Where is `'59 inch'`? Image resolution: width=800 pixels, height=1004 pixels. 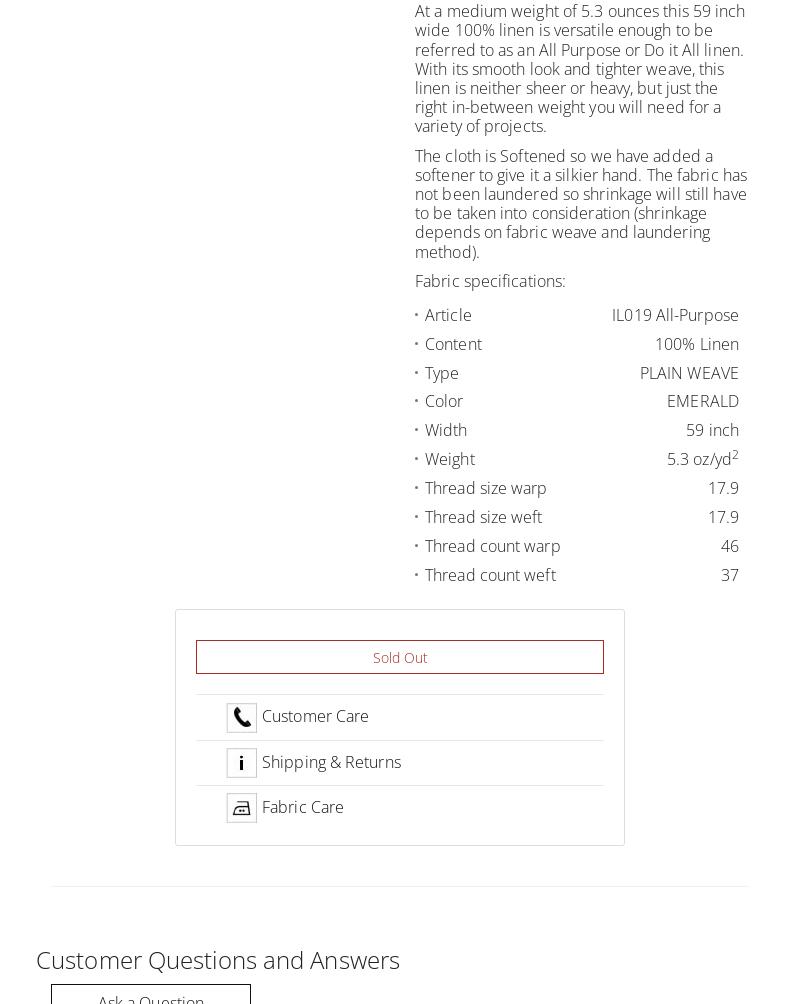 '59 inch' is located at coordinates (686, 429).